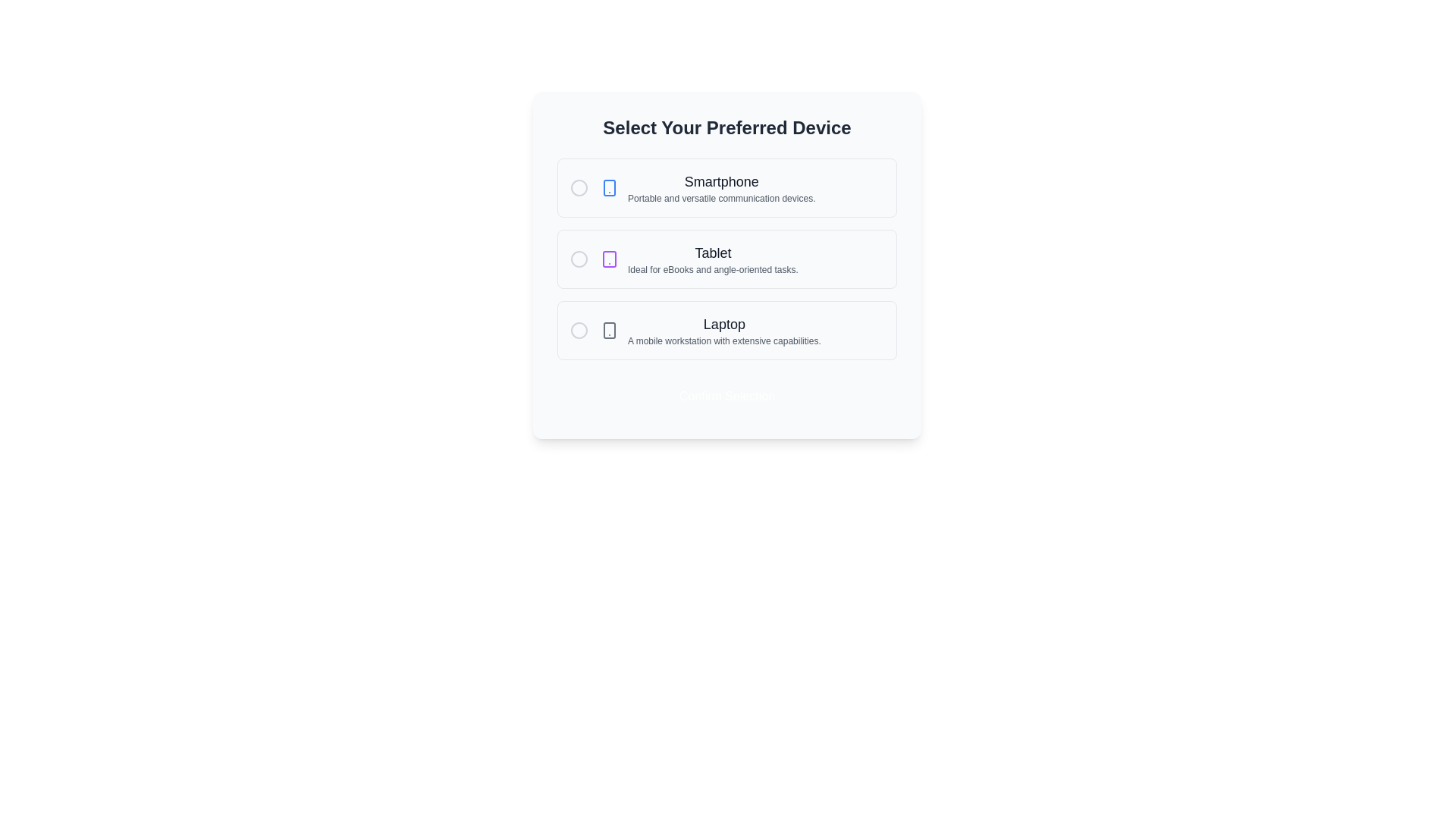 The width and height of the screenshot is (1456, 819). What do you see at coordinates (723, 341) in the screenshot?
I see `descriptive text located directly below the 'Laptop' label in the selection panel, providing additional information about its features` at bounding box center [723, 341].